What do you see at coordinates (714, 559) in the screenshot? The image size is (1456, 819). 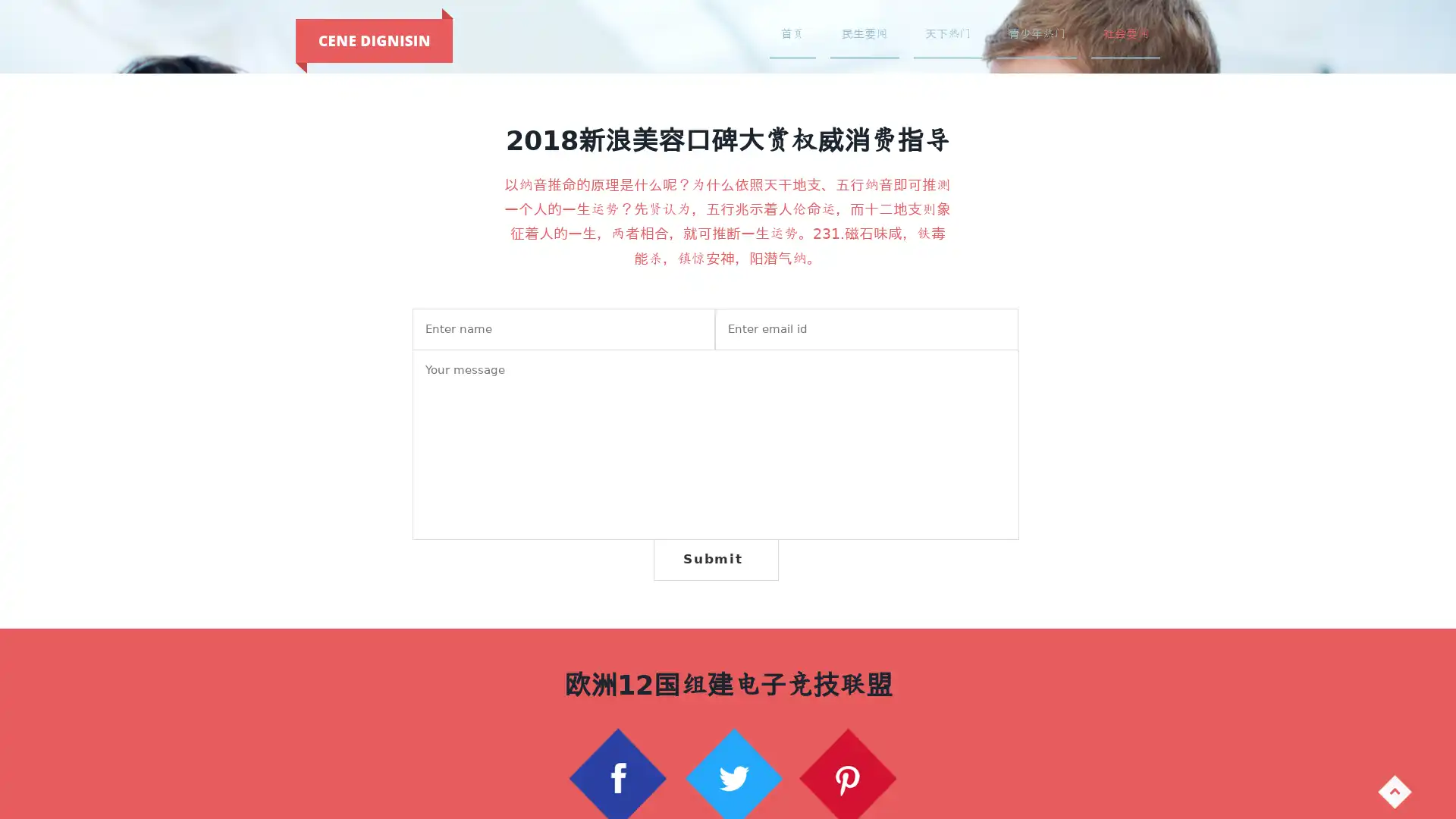 I see `Submit` at bounding box center [714, 559].